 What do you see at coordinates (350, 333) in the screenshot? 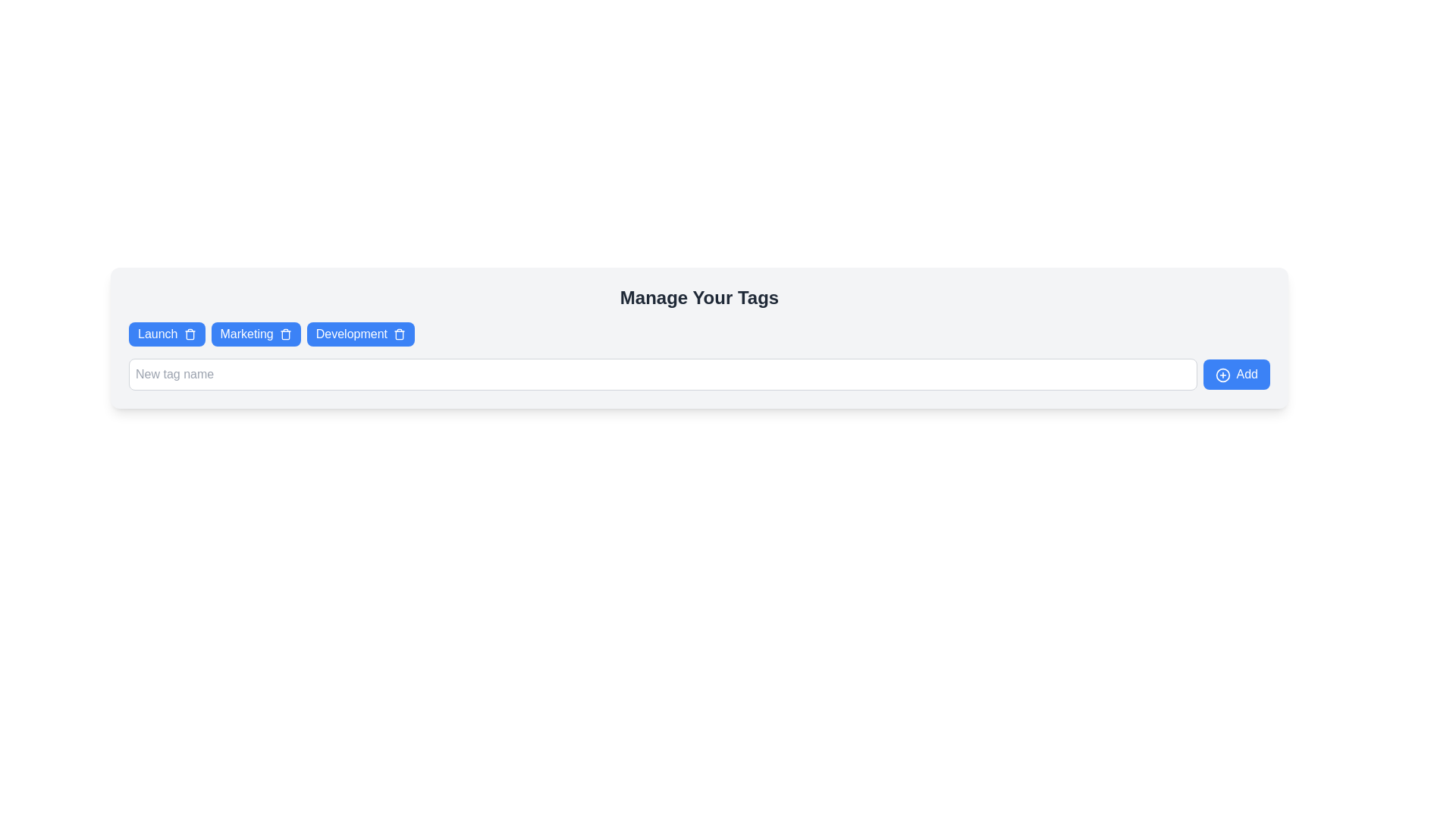
I see `the 'Development' button to focus on it, which is the third button in a row of tags indicating content related to development` at bounding box center [350, 333].